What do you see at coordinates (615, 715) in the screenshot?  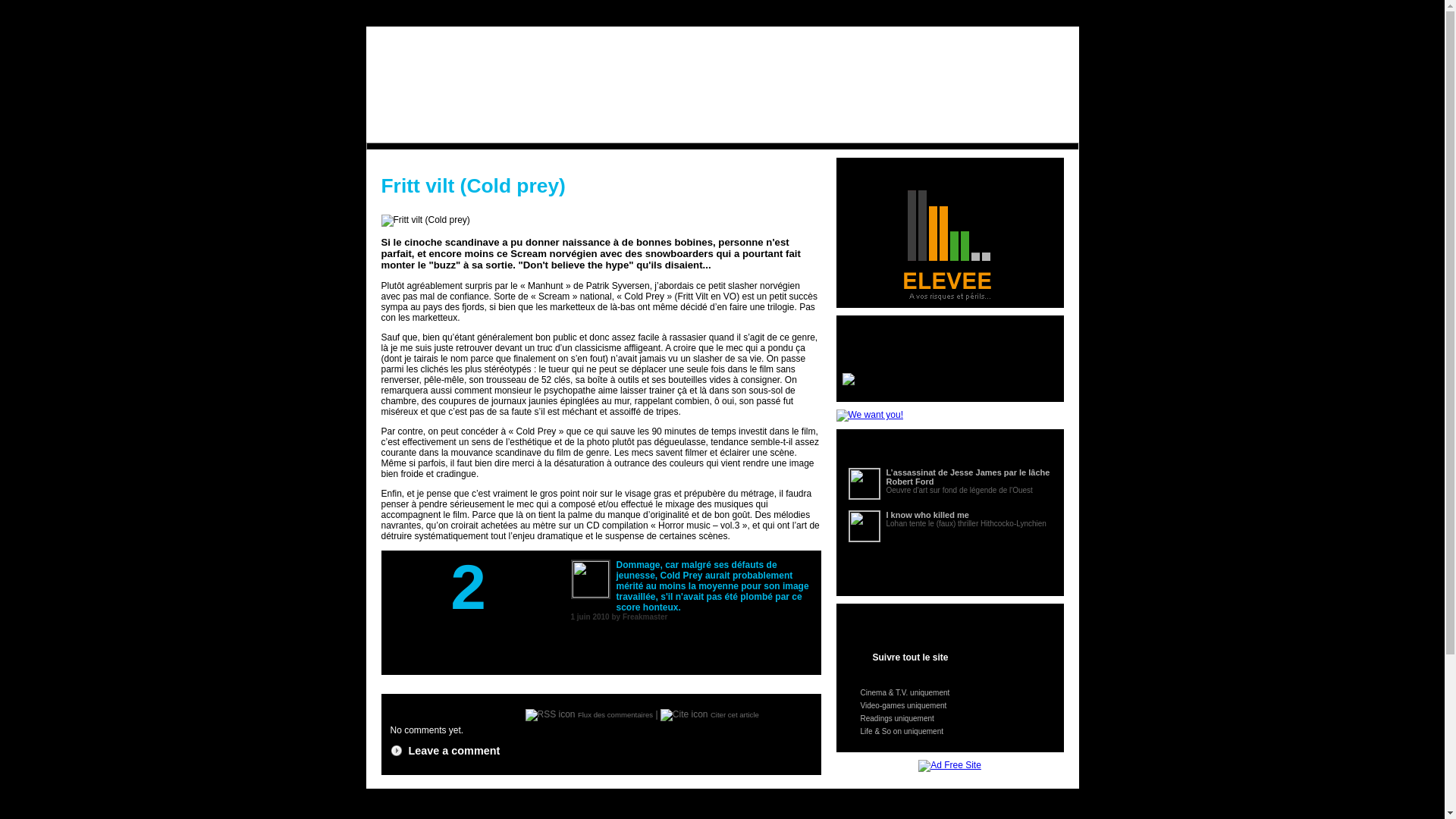 I see `'Flux des commentaires'` at bounding box center [615, 715].